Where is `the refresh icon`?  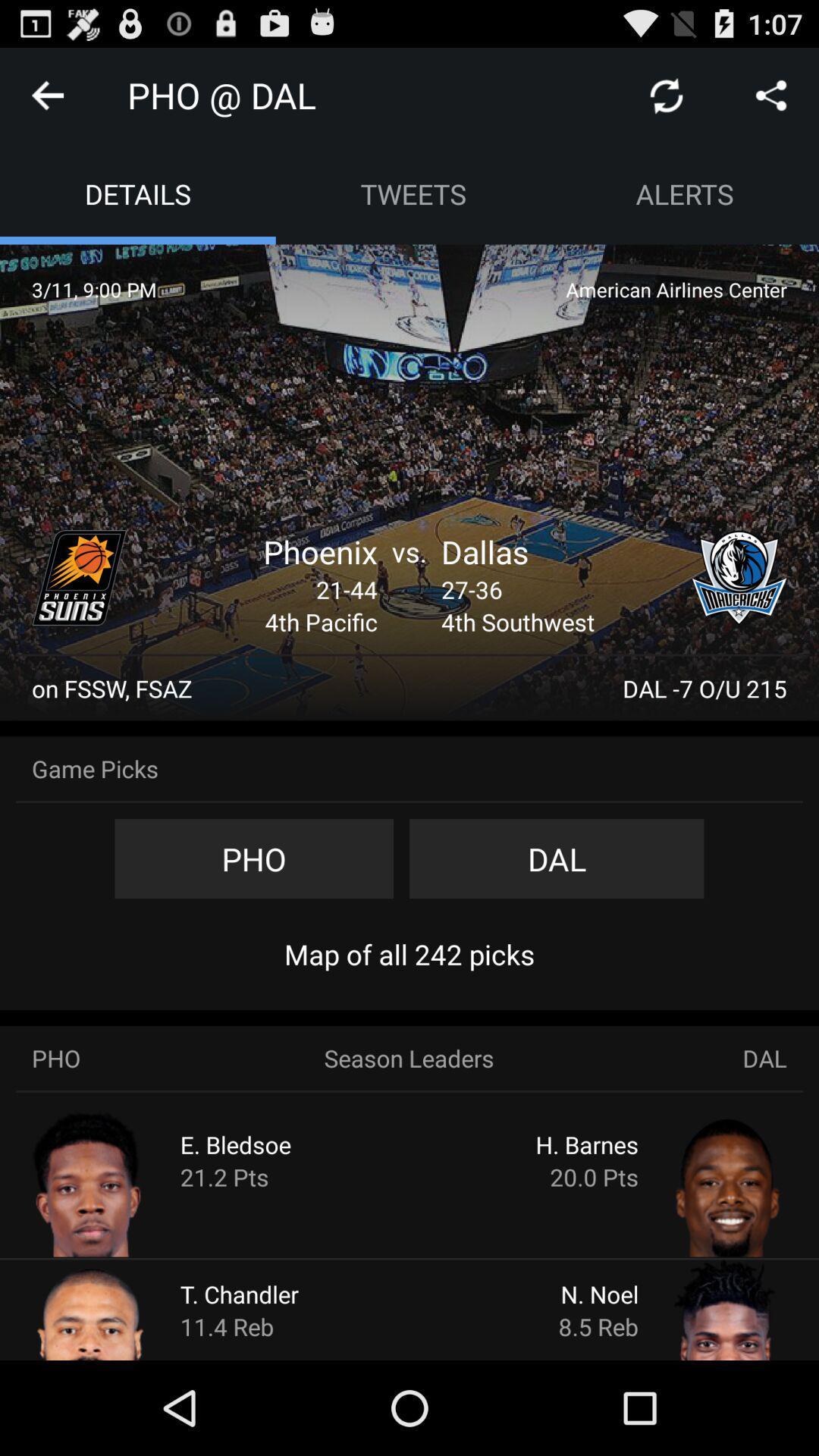
the refresh icon is located at coordinates (666, 101).